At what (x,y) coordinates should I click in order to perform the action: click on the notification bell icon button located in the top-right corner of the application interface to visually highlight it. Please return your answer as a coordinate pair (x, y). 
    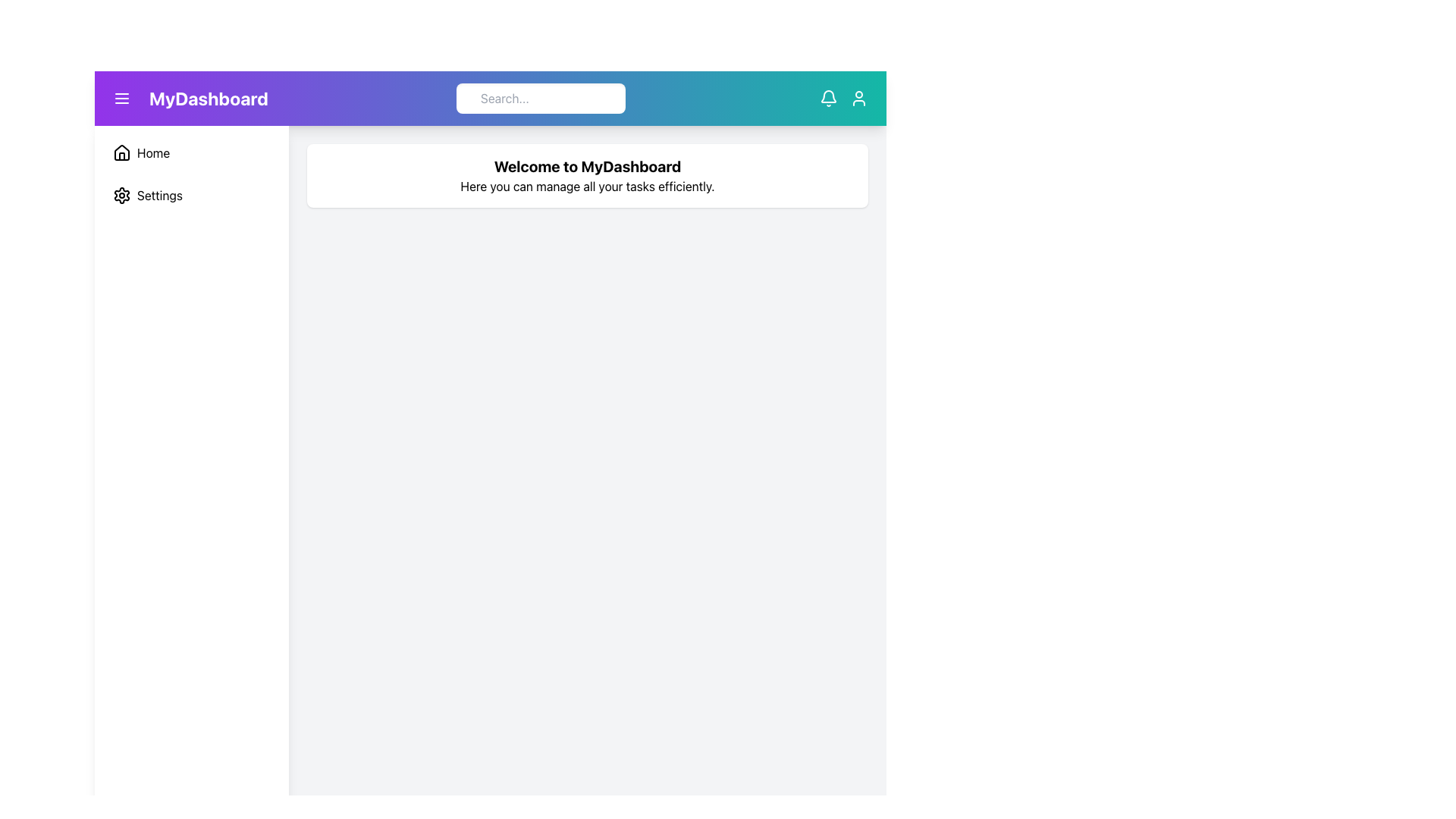
    Looking at the image, I should click on (828, 99).